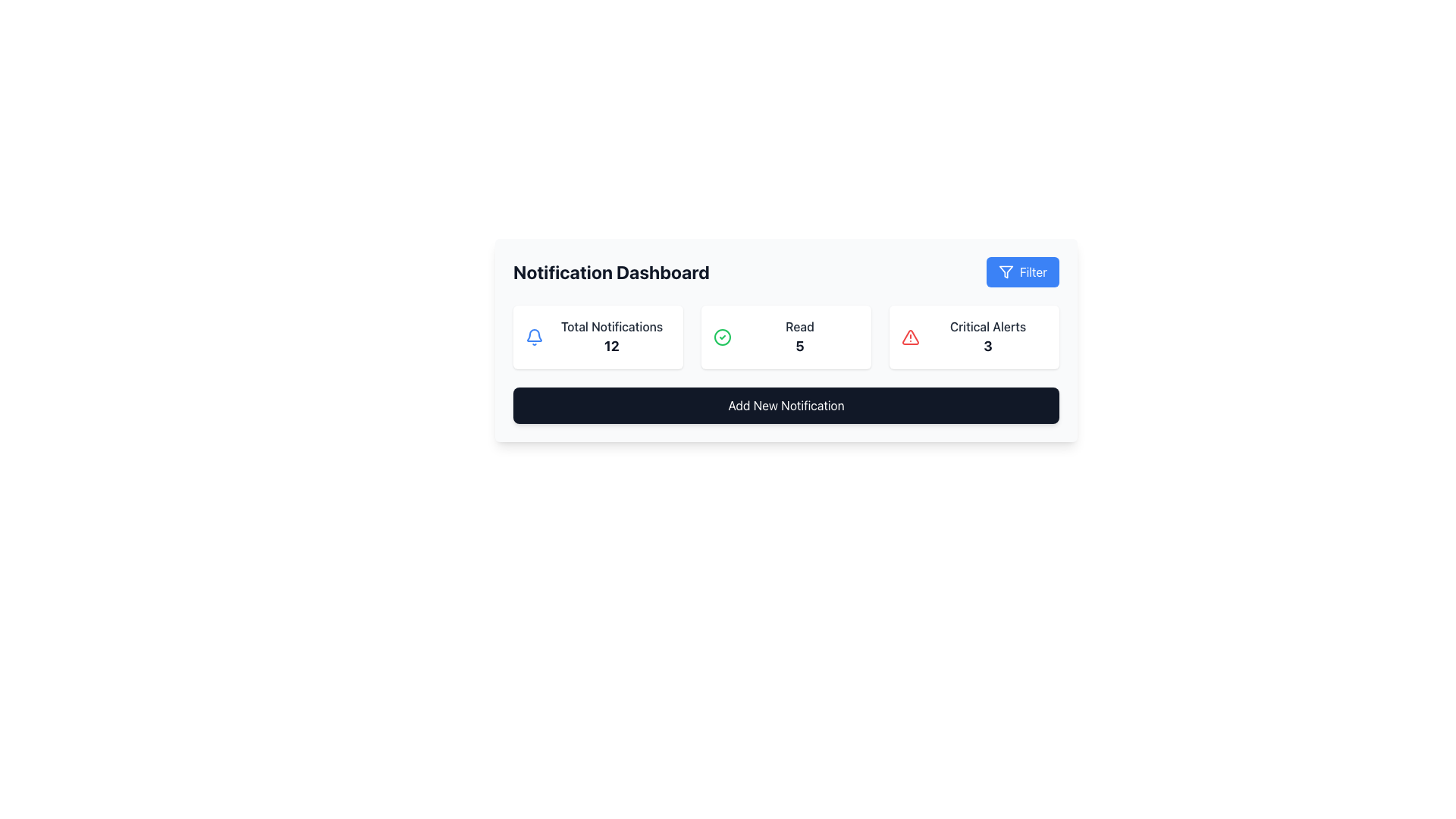 This screenshot has width=1456, height=819. I want to click on the third card in the grid layout that displays critical alerts and the alert count in bold, so click(974, 336).